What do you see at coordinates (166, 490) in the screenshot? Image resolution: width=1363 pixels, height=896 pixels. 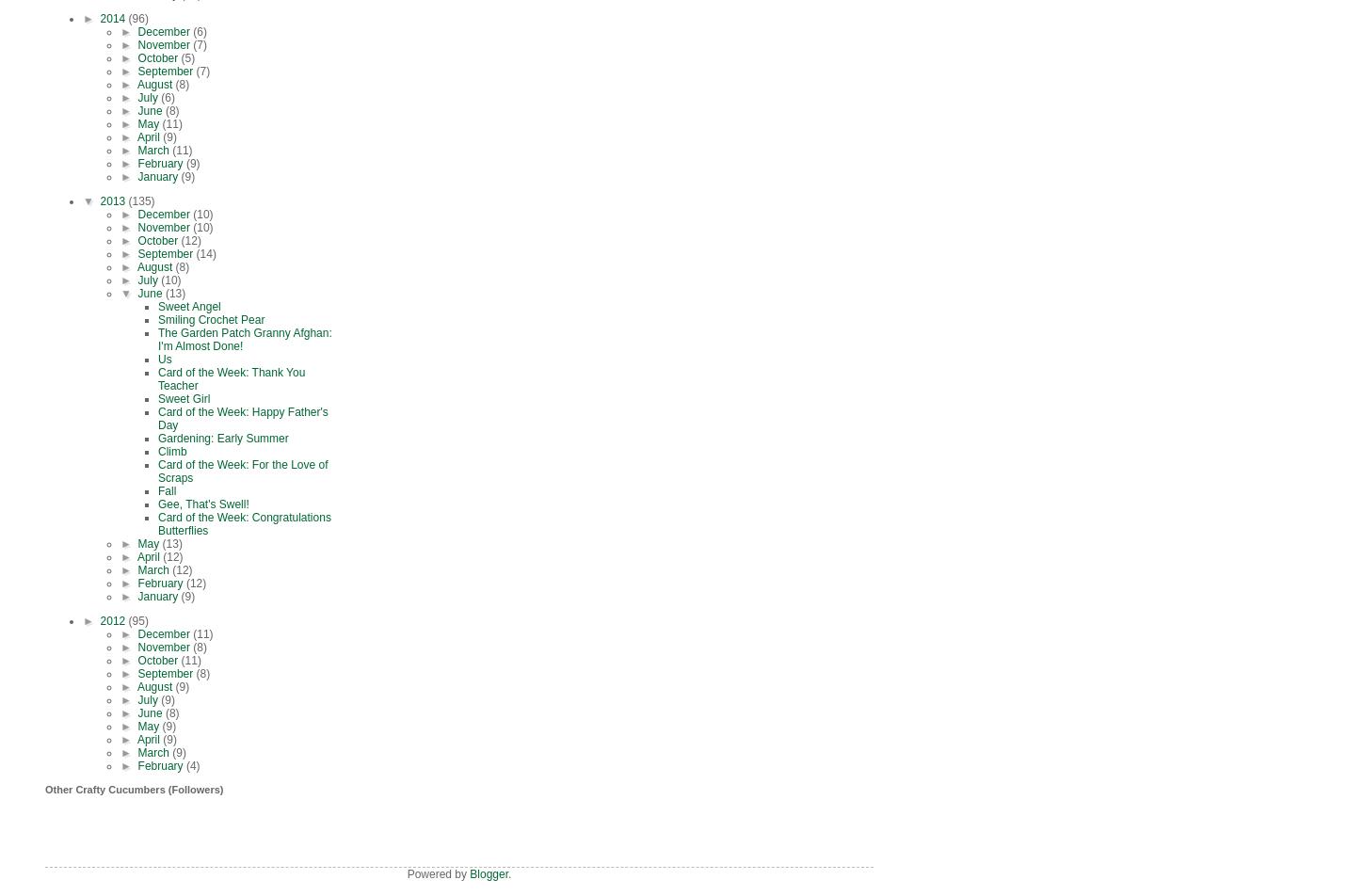 I see `'Fall'` at bounding box center [166, 490].